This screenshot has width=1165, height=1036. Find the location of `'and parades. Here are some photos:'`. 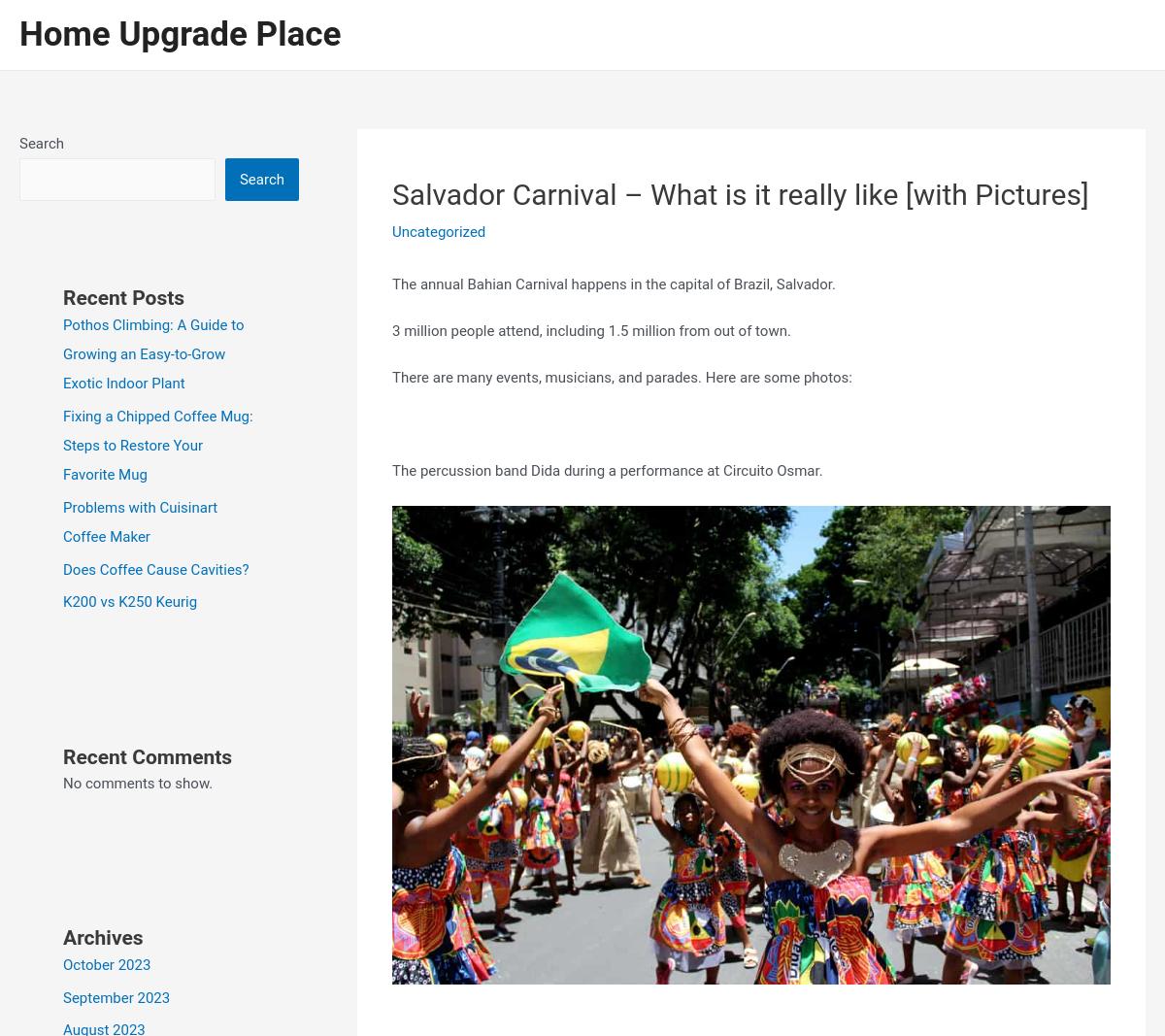

'and parades. Here are some photos:' is located at coordinates (617, 375).